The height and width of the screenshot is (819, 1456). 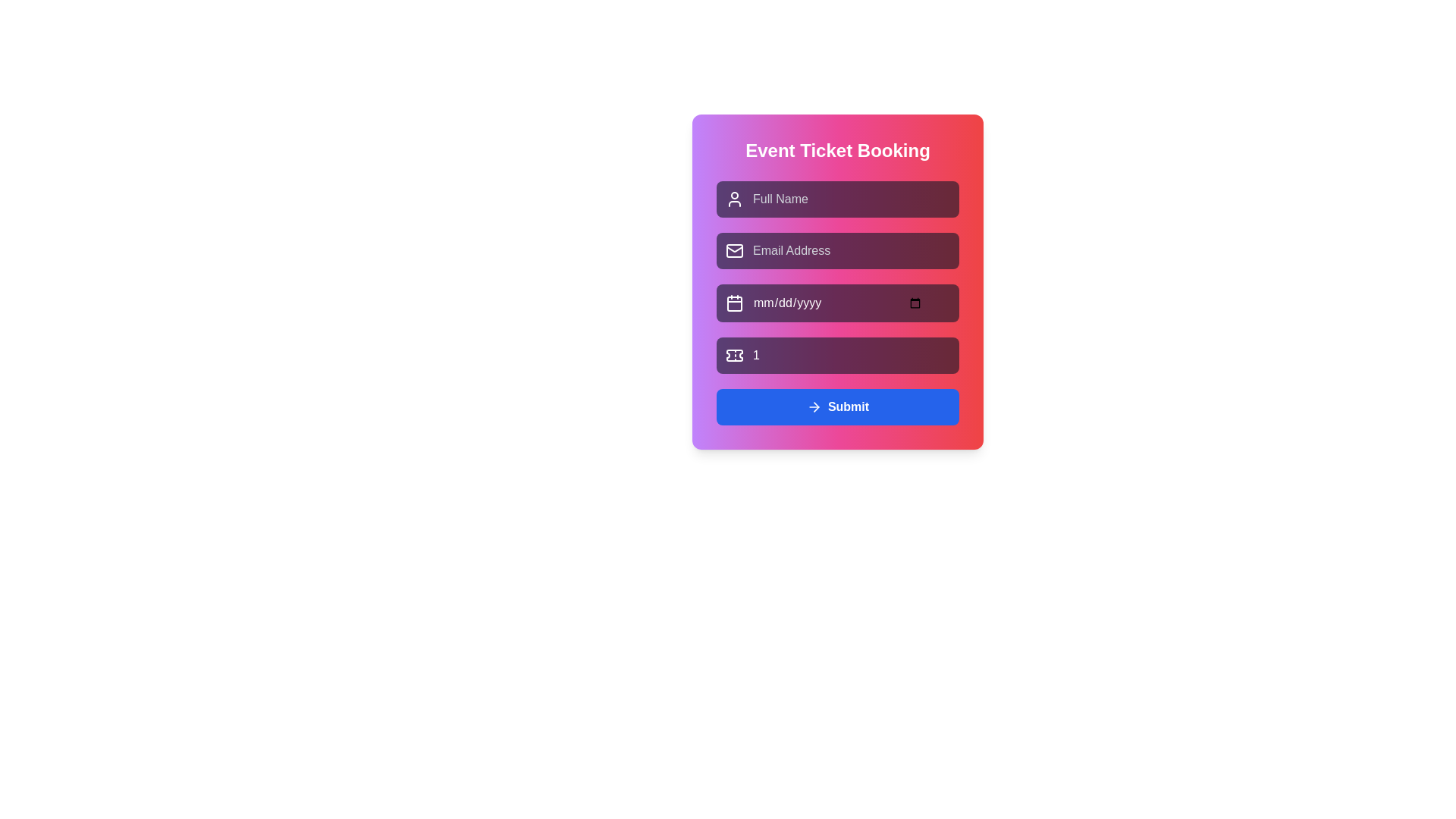 I want to click on the number input field for ticket reservation, which is the fourth input field in the vertical stack, to focus it, so click(x=836, y=356).